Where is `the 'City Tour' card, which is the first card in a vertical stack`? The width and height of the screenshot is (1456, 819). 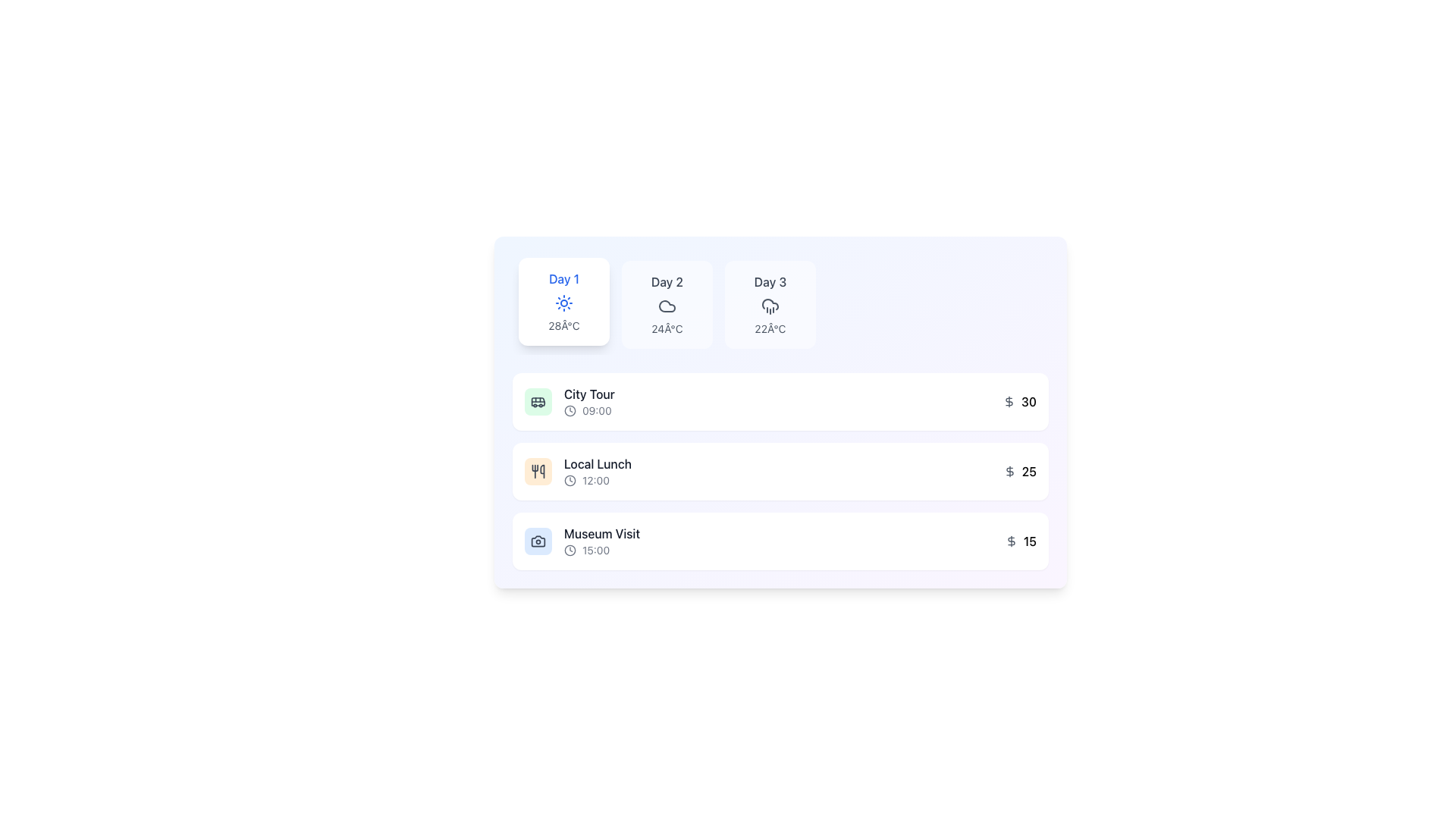 the 'City Tour' card, which is the first card in a vertical stack is located at coordinates (780, 400).